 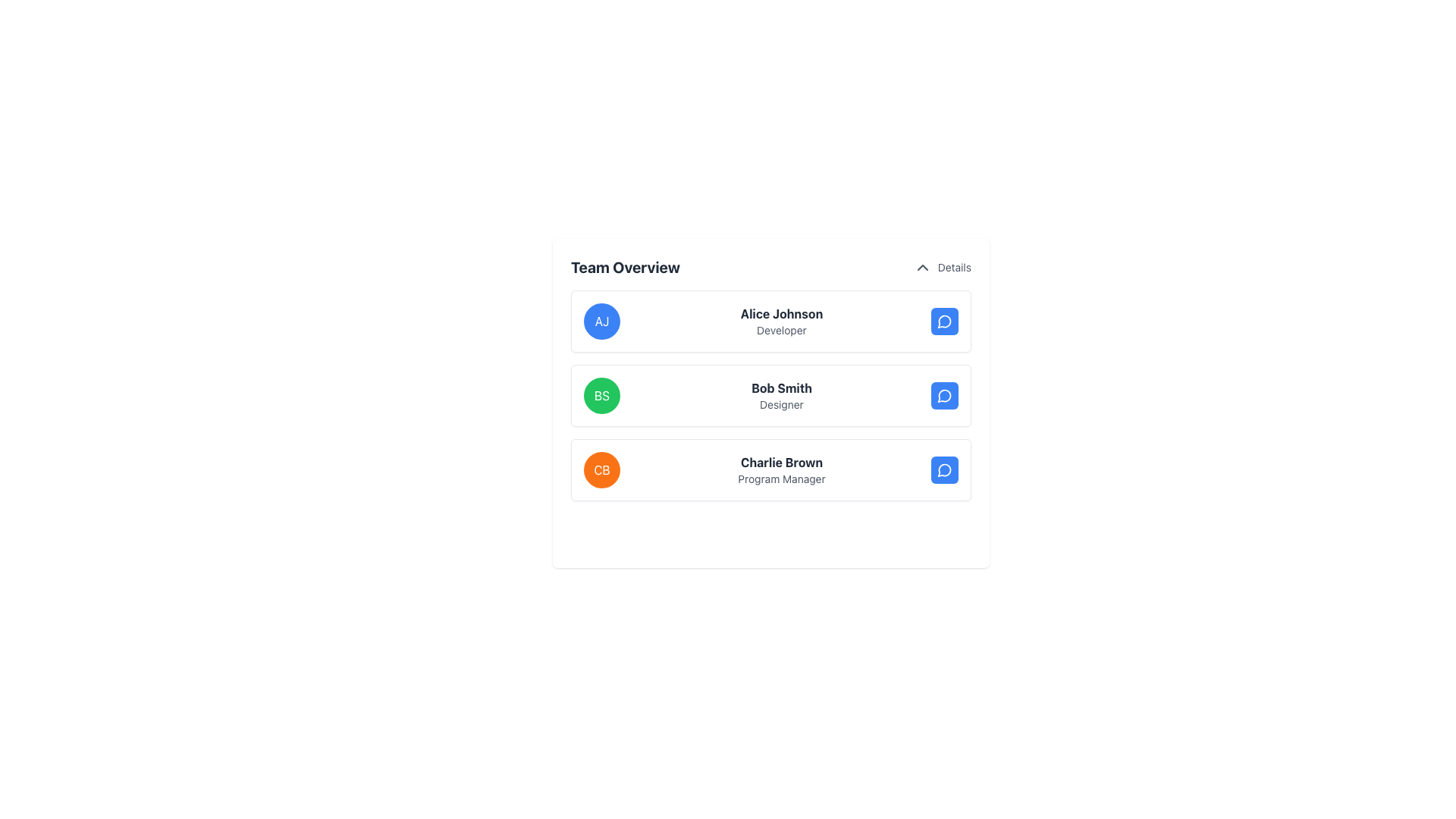 What do you see at coordinates (943, 469) in the screenshot?
I see `the decorative vector graphic, which is a blue circular icon with a white speech bubble outline located in the bottom row of the user profile list, aligned to the far right next to 'Charlie Brown'` at bounding box center [943, 469].